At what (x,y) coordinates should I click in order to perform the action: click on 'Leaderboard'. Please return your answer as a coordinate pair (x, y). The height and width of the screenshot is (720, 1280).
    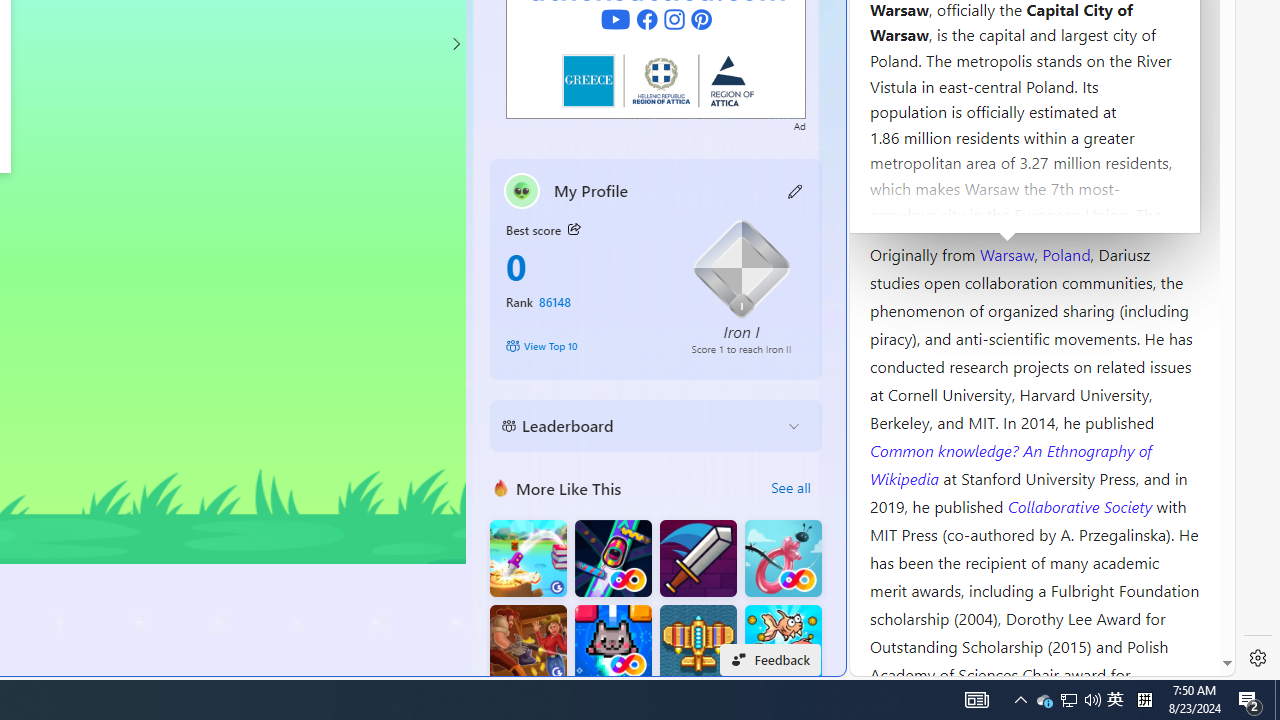
    Looking at the image, I should click on (640, 424).